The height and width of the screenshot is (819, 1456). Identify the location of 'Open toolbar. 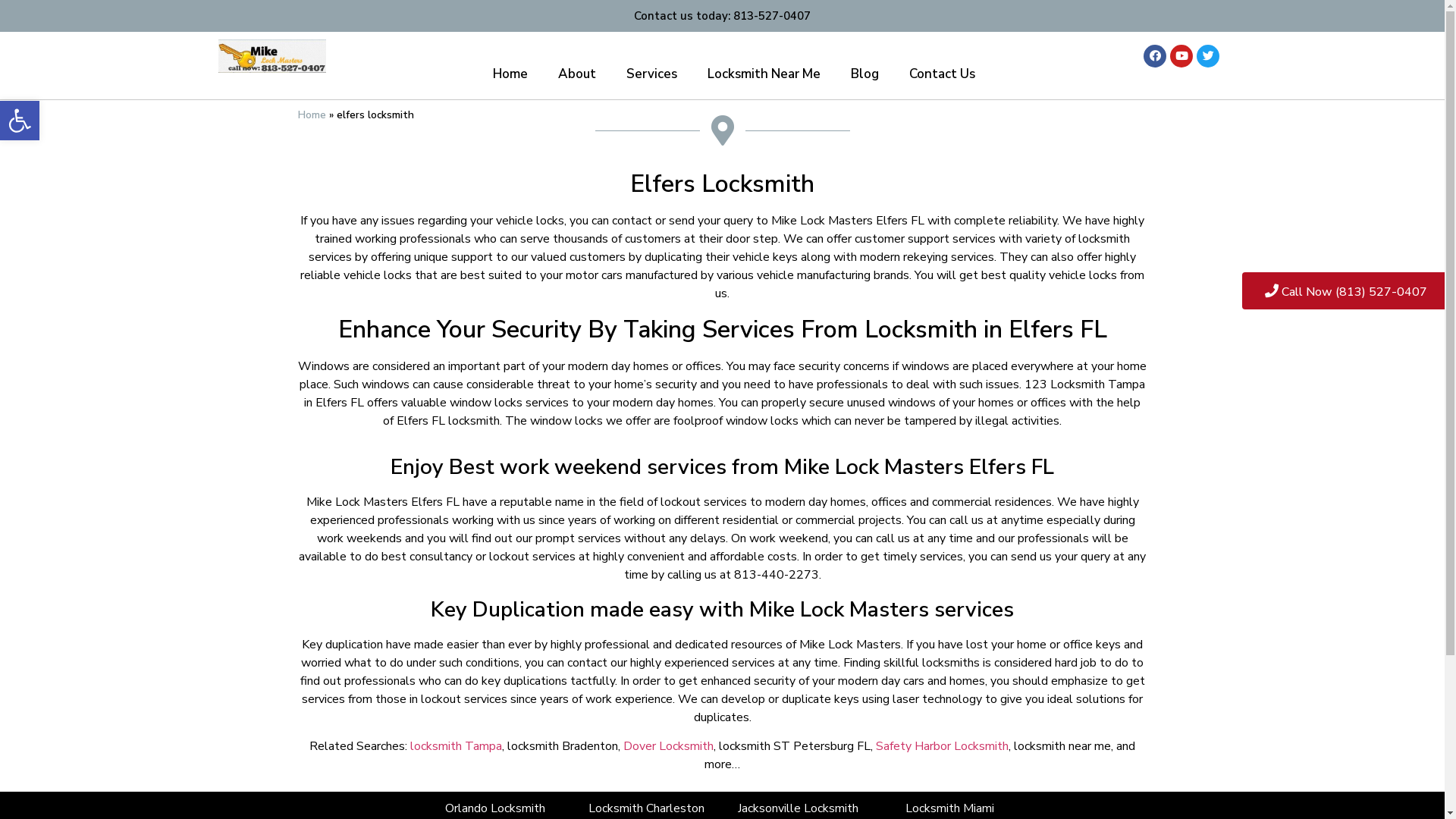
(19, 119).